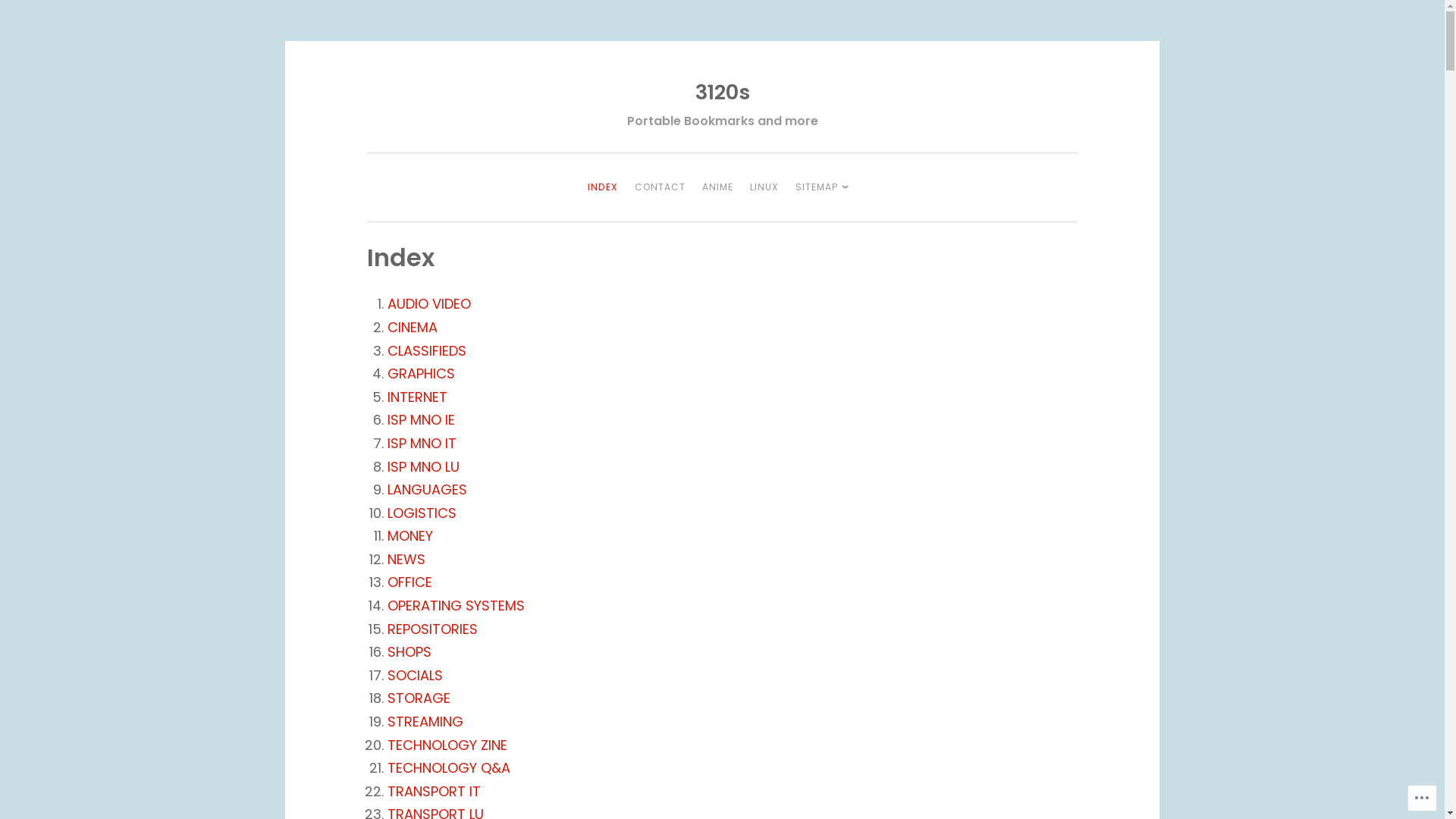  I want to click on 'MONEY', so click(410, 535).